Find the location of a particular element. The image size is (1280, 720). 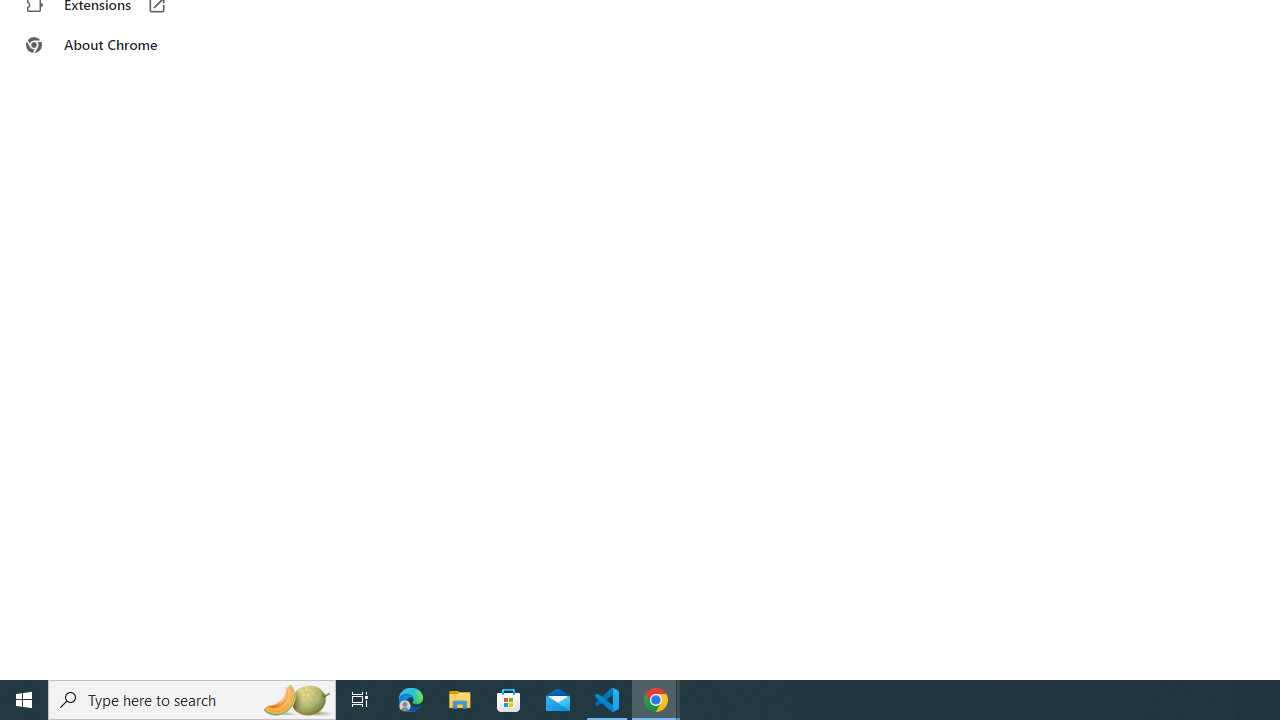

'About Chrome' is located at coordinates (123, 45).